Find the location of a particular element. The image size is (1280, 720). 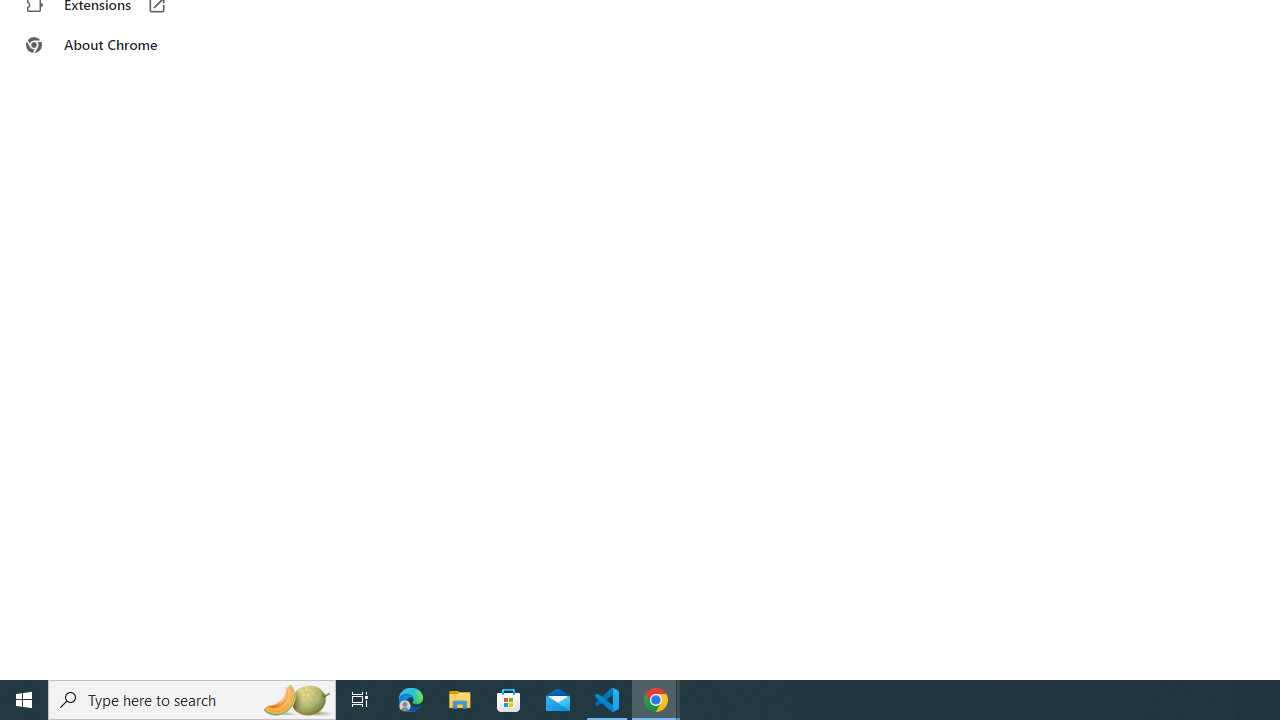

'About Chrome' is located at coordinates (123, 45).